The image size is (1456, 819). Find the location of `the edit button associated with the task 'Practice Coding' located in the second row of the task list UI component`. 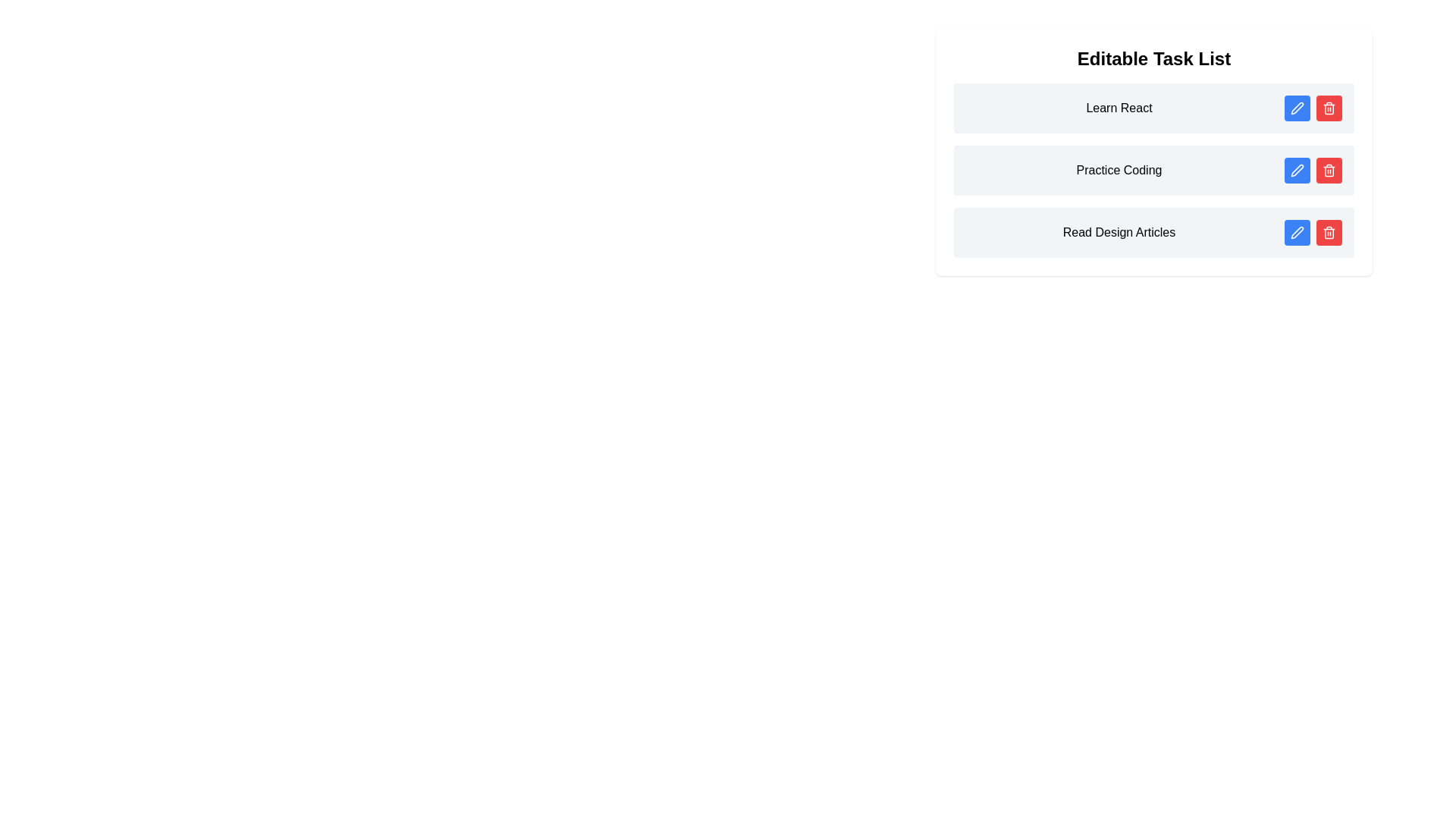

the edit button associated with the task 'Practice Coding' located in the second row of the task list UI component is located at coordinates (1296, 170).